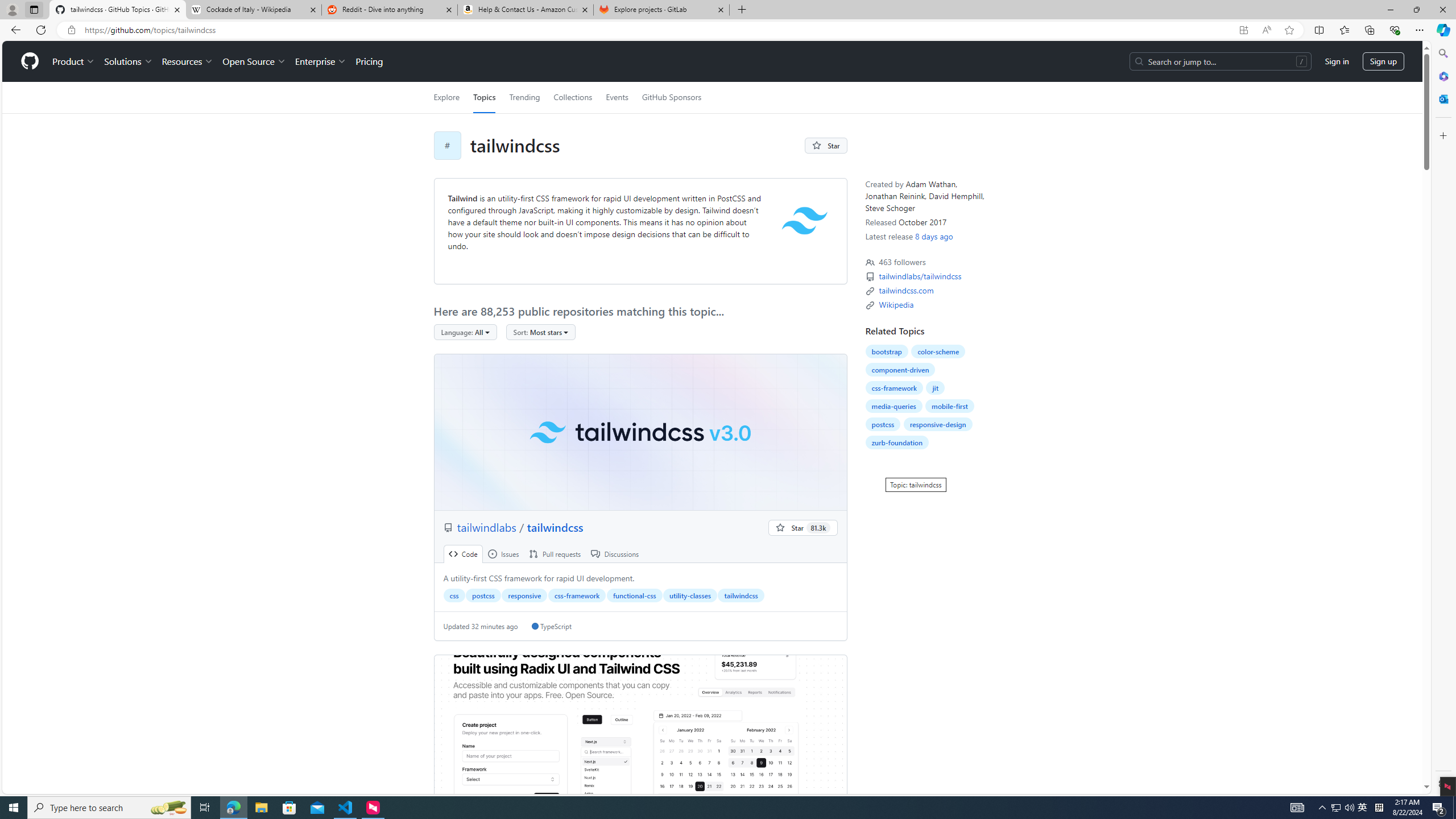  Describe the element at coordinates (886, 351) in the screenshot. I see `'bootstrap'` at that location.